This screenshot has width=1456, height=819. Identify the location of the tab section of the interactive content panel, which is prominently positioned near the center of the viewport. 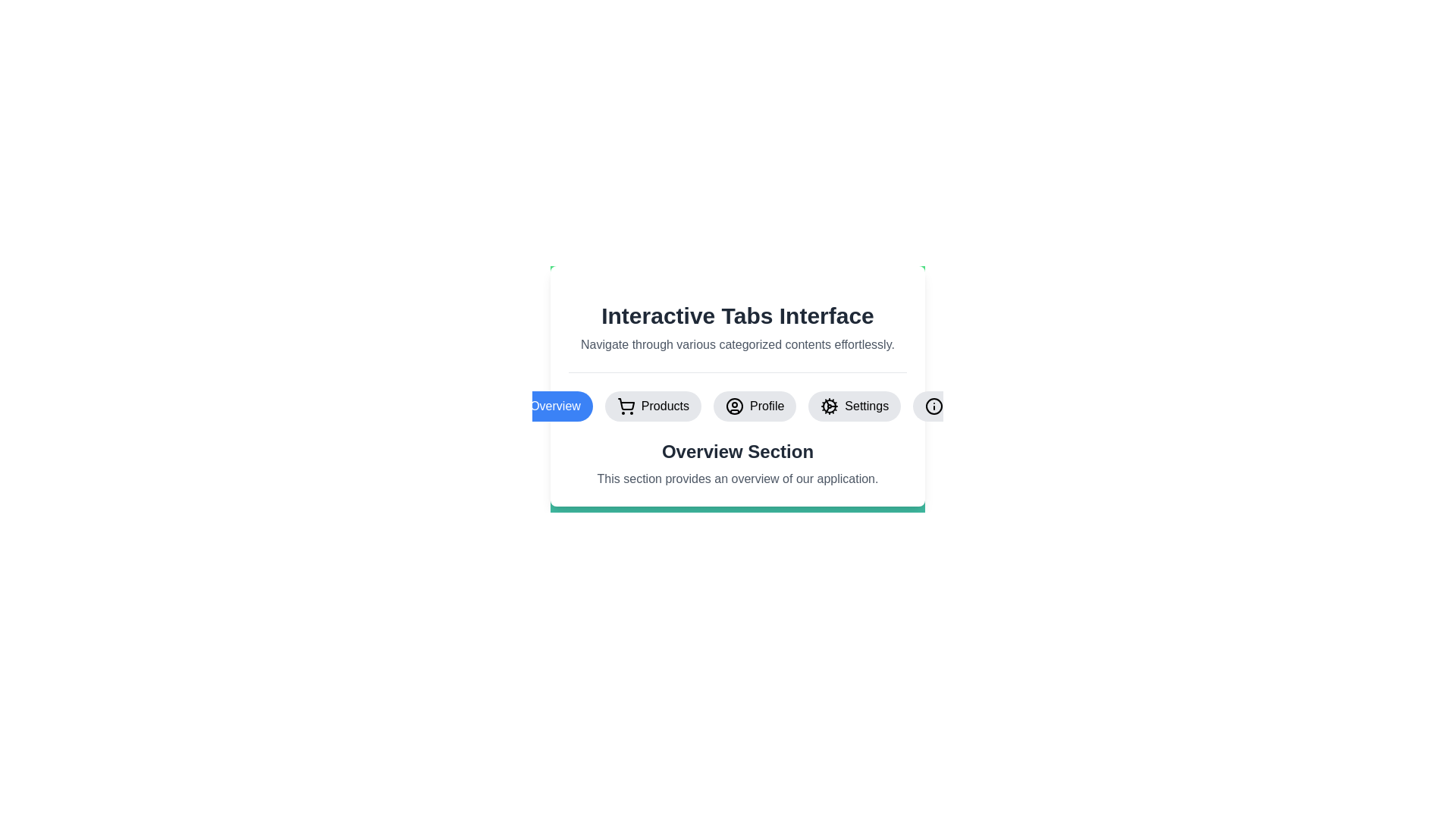
(738, 379).